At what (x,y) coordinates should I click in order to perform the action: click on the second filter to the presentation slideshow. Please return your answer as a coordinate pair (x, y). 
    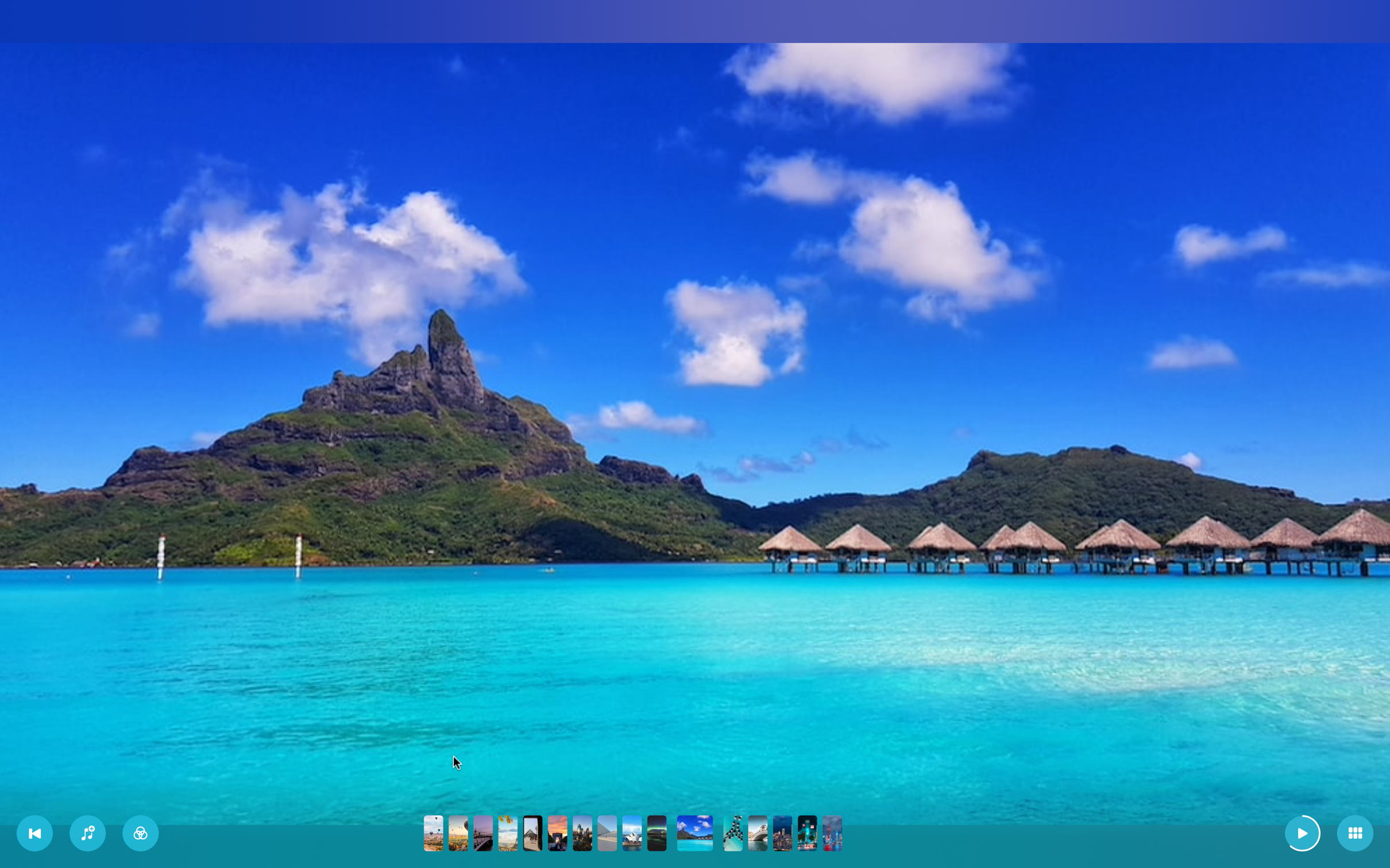
    Looking at the image, I should click on (141, 832).